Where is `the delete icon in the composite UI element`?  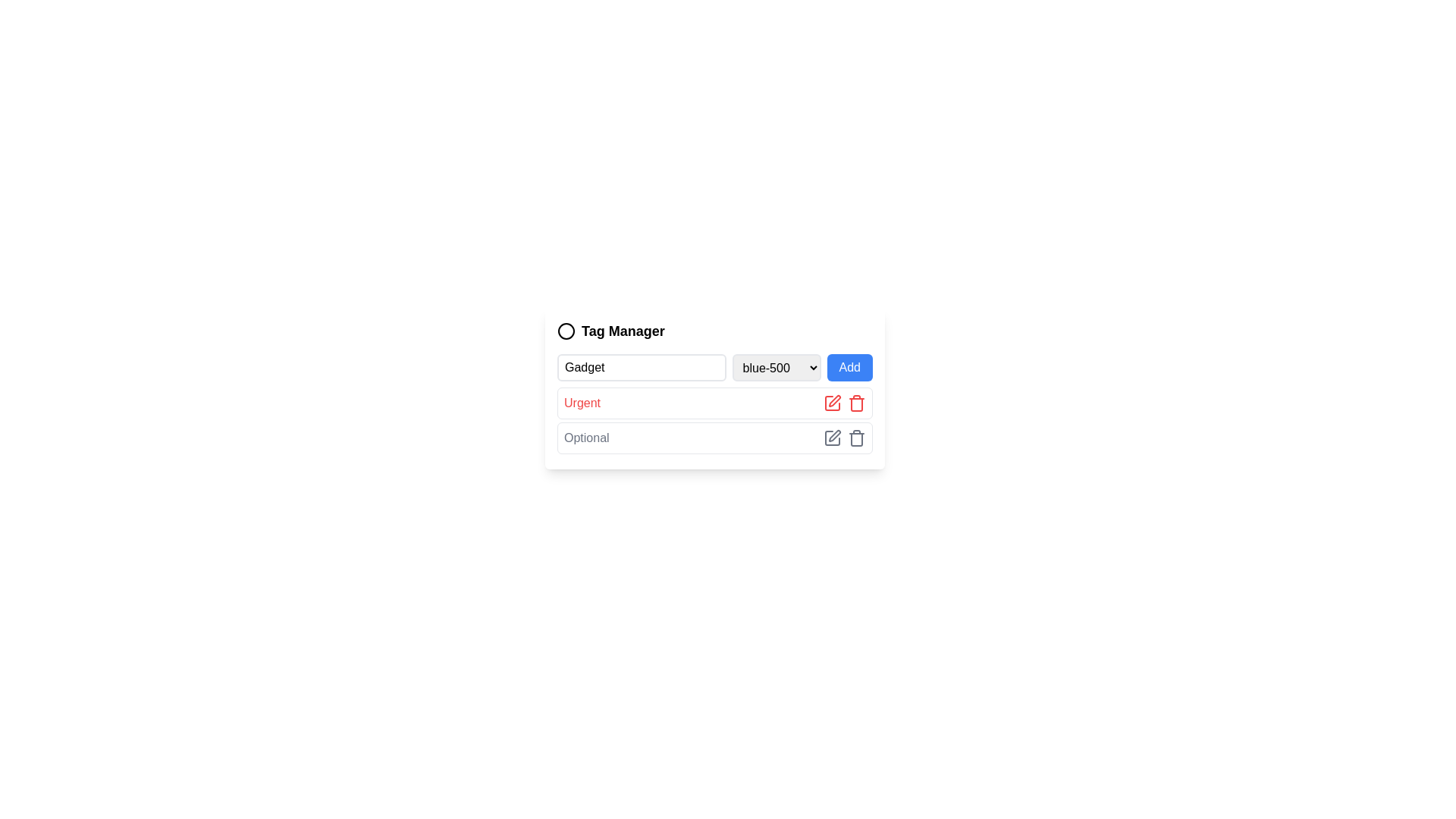
the delete icon in the composite UI element is located at coordinates (843, 403).